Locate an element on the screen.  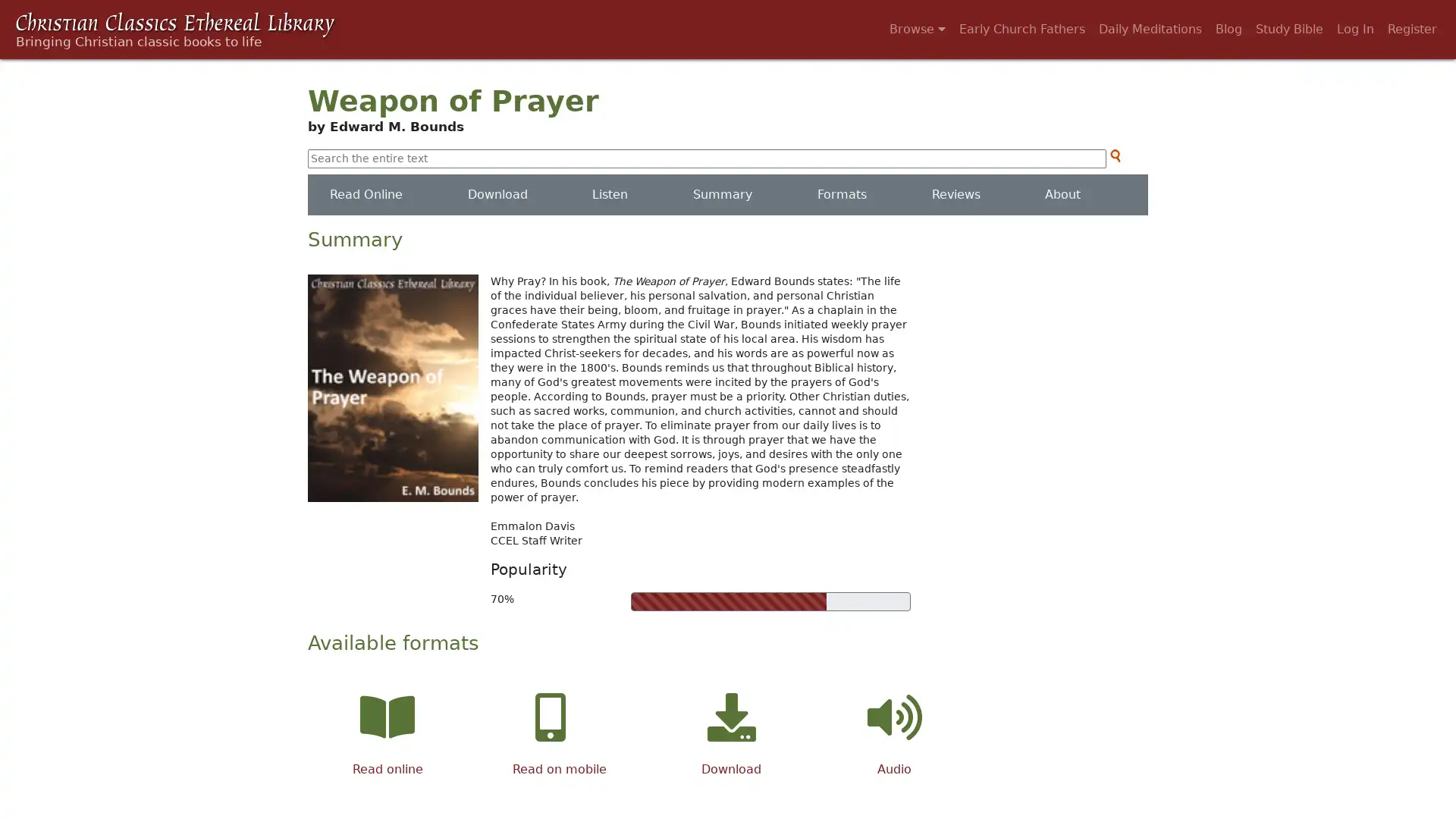
Summary is located at coordinates (722, 194).